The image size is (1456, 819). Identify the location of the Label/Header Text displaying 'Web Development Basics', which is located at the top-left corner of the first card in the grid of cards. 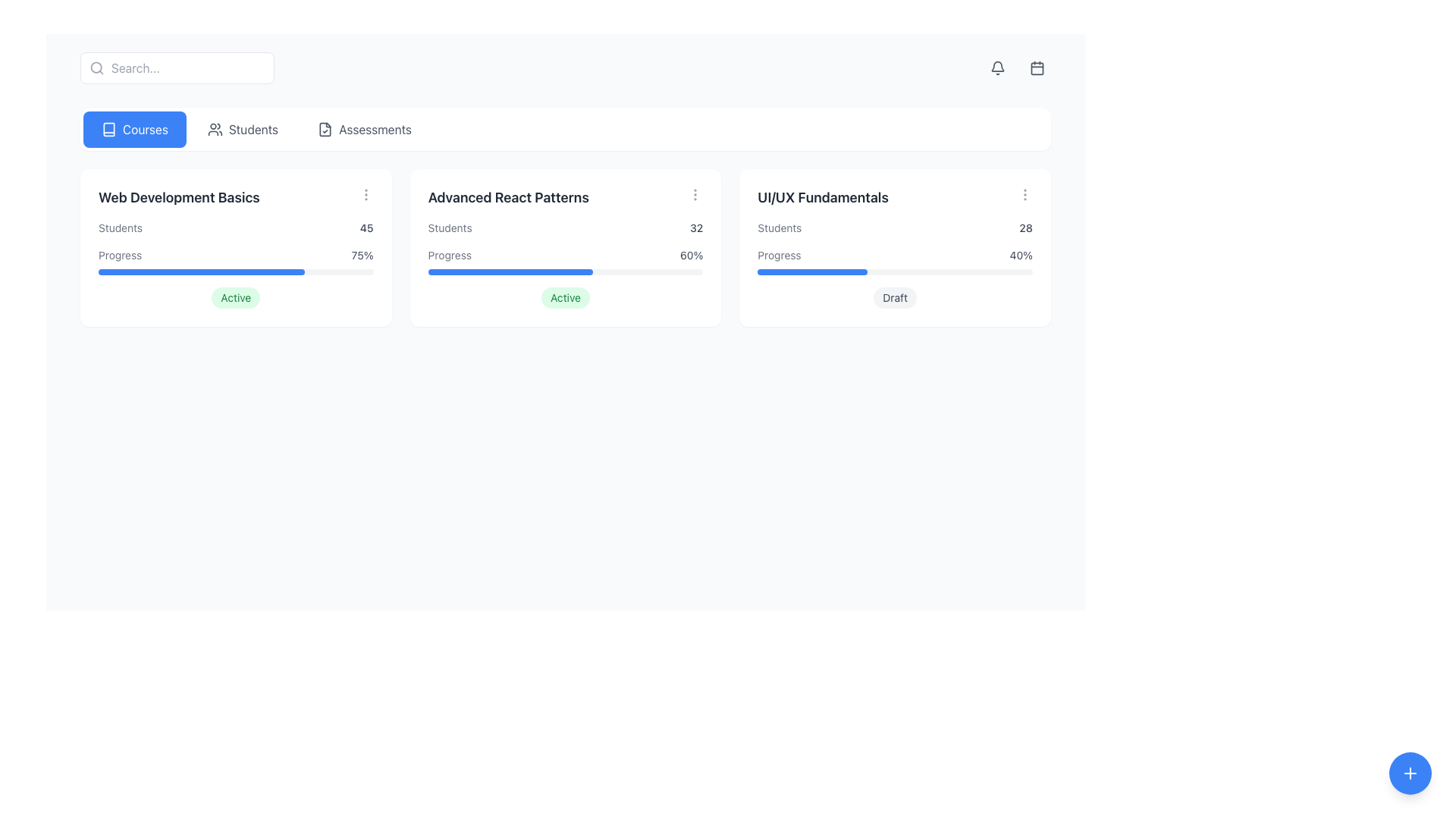
(235, 197).